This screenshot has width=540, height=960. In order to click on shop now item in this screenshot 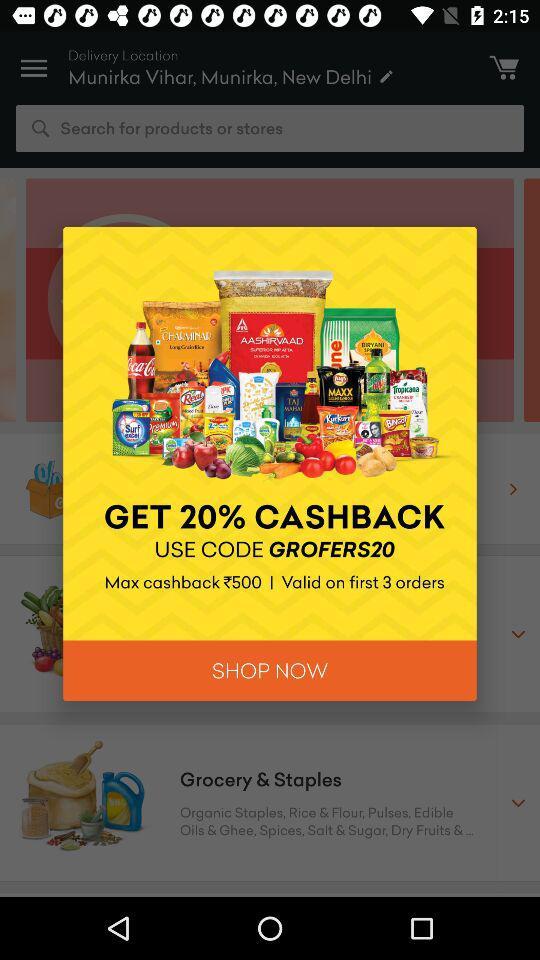, I will do `click(270, 670)`.